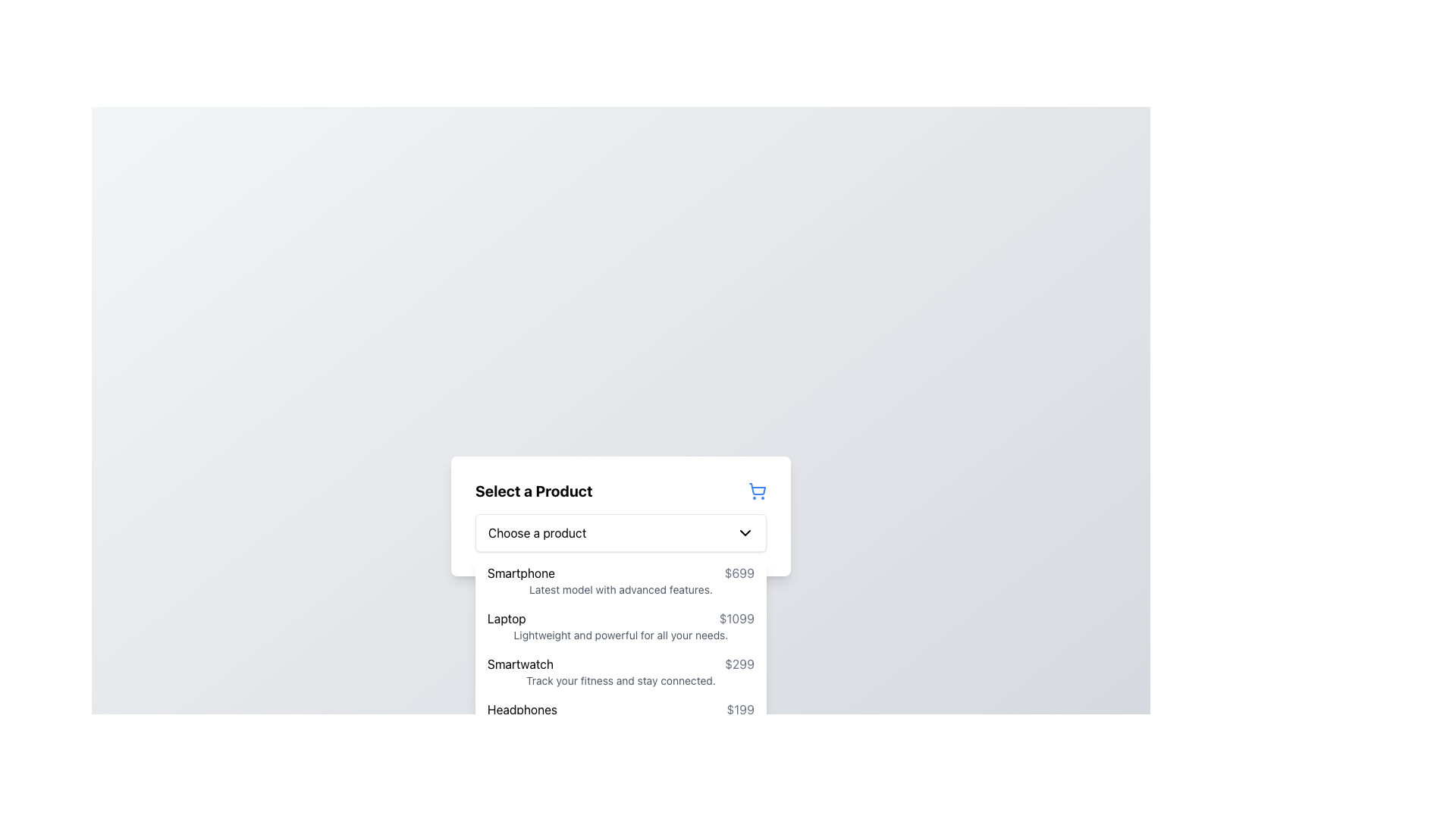 This screenshot has height=819, width=1456. What do you see at coordinates (736, 619) in the screenshot?
I see `displayed price of the "Laptop" item in the dropdown selection list, which is represented by the Text Label positioned to the right of the "Laptop" text` at bounding box center [736, 619].